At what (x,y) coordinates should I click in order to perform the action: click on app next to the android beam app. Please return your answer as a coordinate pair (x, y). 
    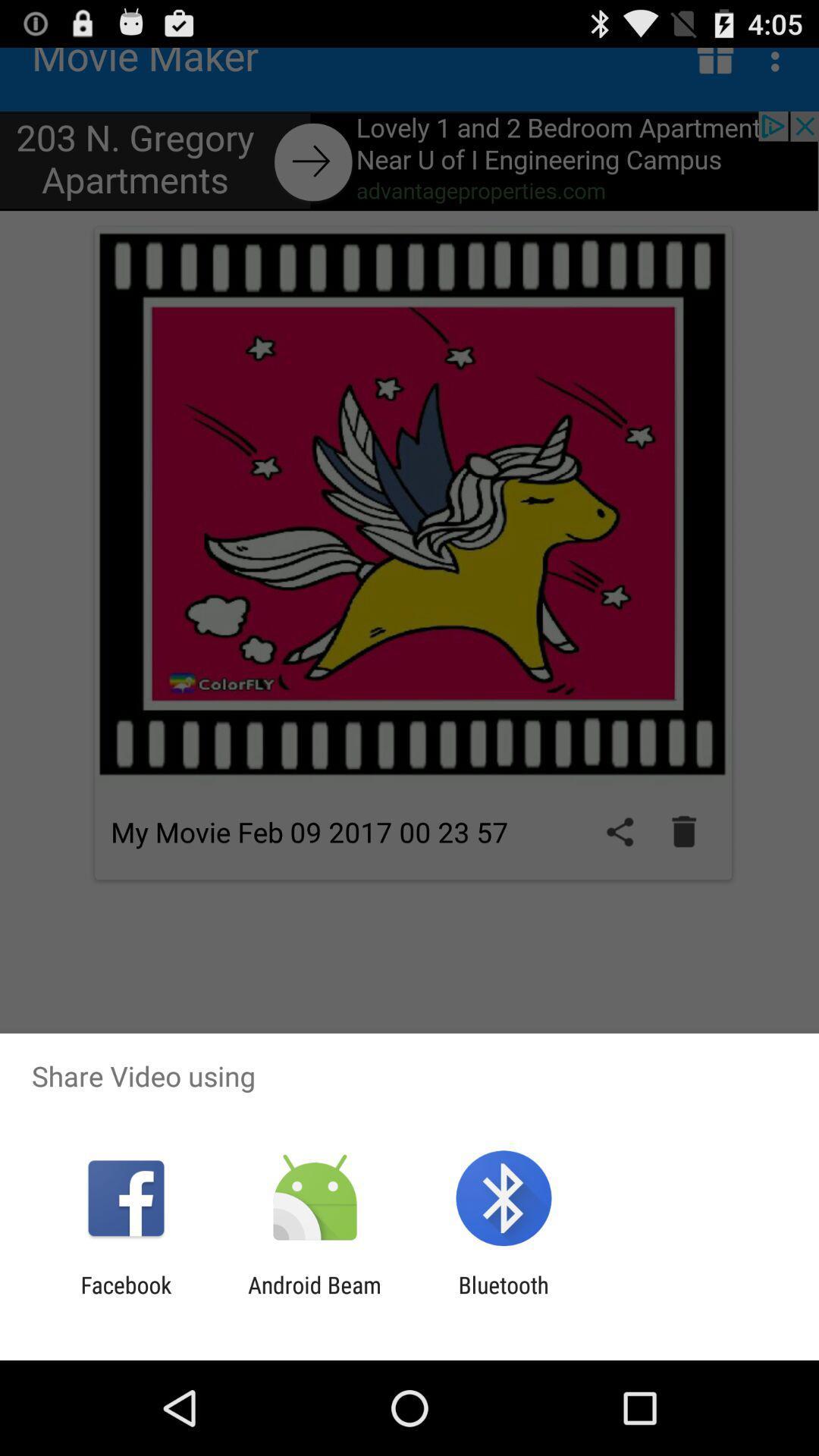
    Looking at the image, I should click on (504, 1298).